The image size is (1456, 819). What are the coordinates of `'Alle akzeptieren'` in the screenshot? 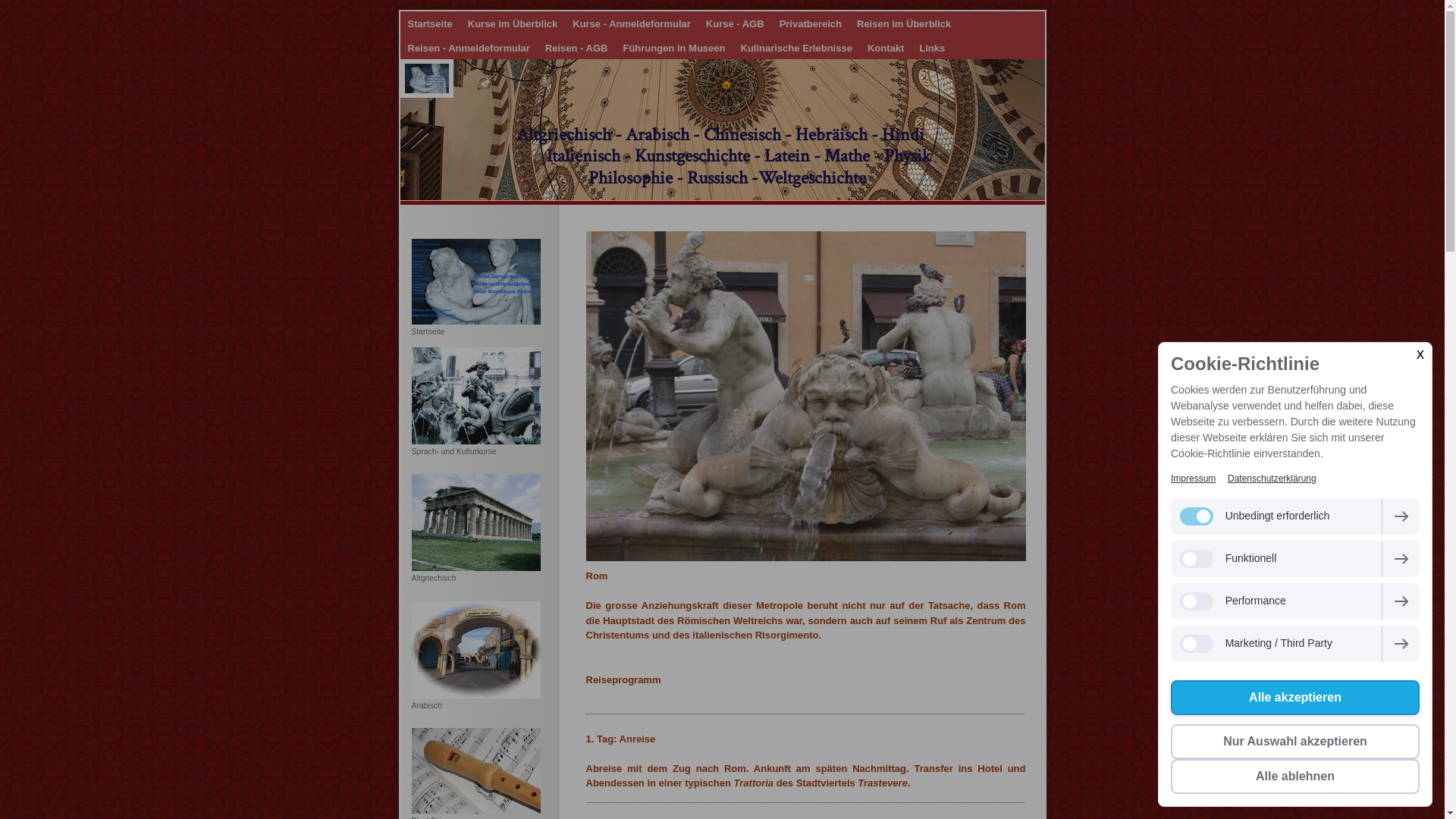 It's located at (1294, 698).